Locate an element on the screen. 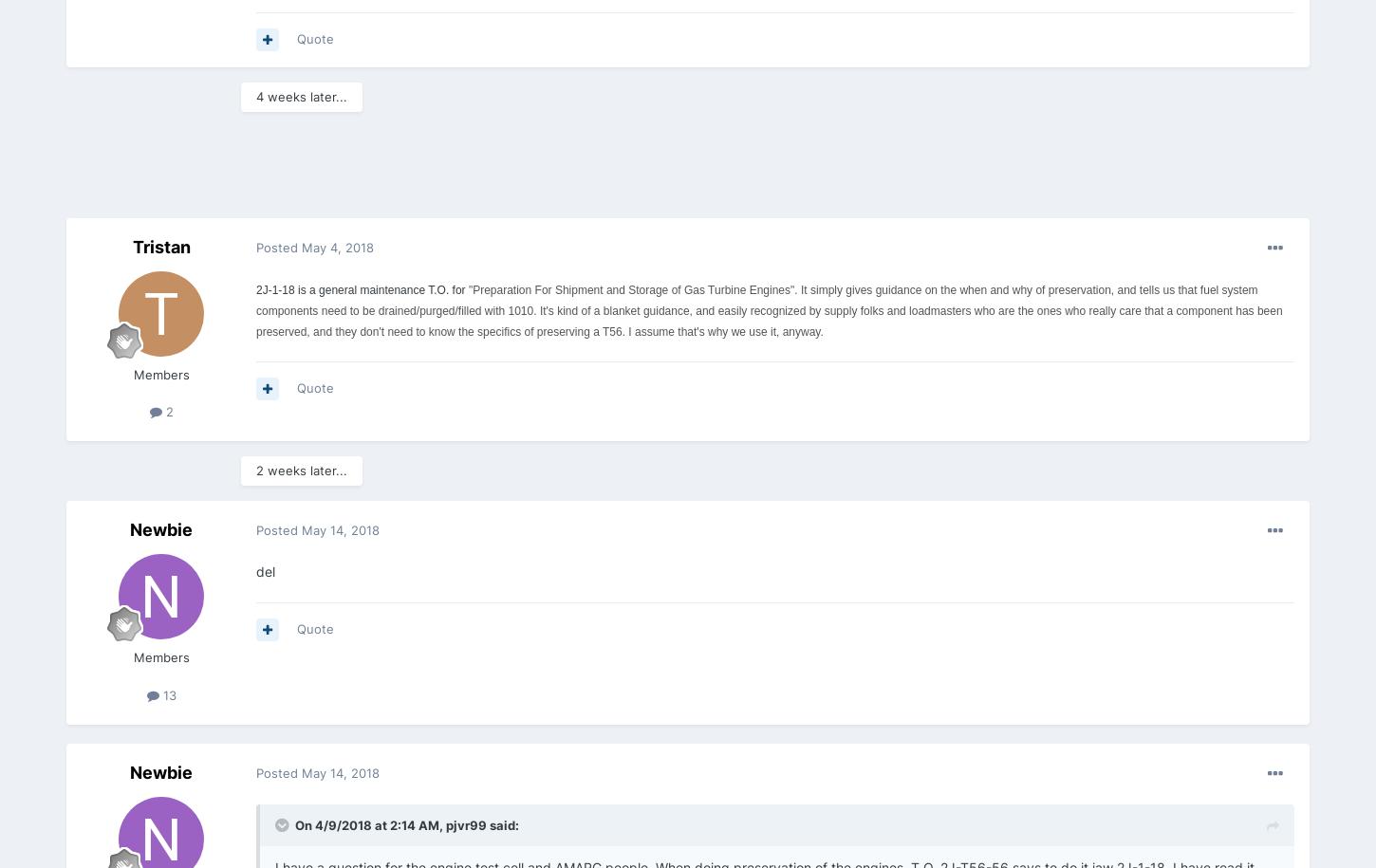 The width and height of the screenshot is (1376, 868). '2J-1-18 is a general maintenance T.O. for' is located at coordinates (360, 287).